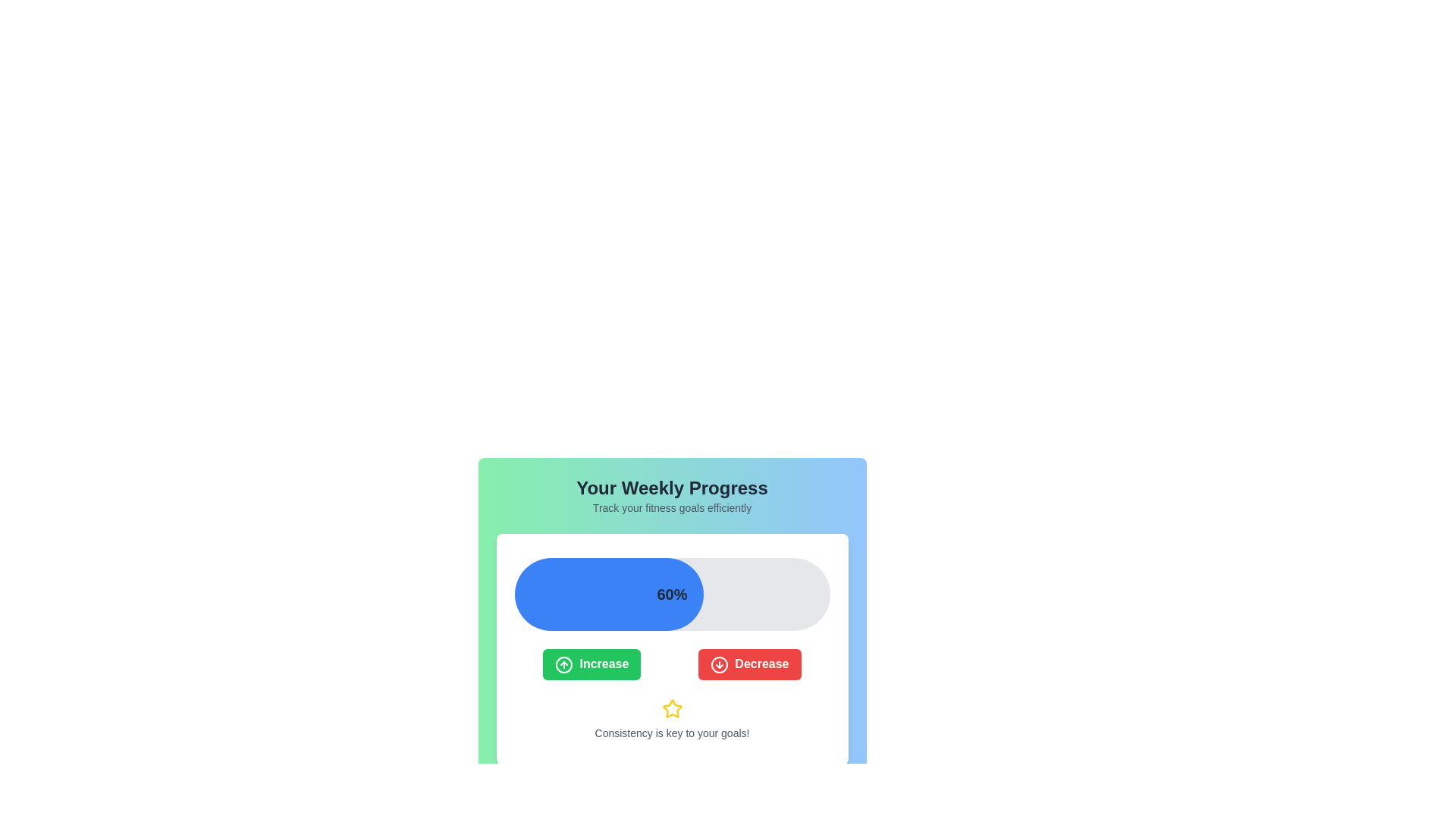 This screenshot has height=819, width=1456. What do you see at coordinates (671, 601) in the screenshot?
I see `the horizontal progress bar that displays '60%' in black text, located centrally within a white card, below the title 'Your Weekly Progress'` at bounding box center [671, 601].